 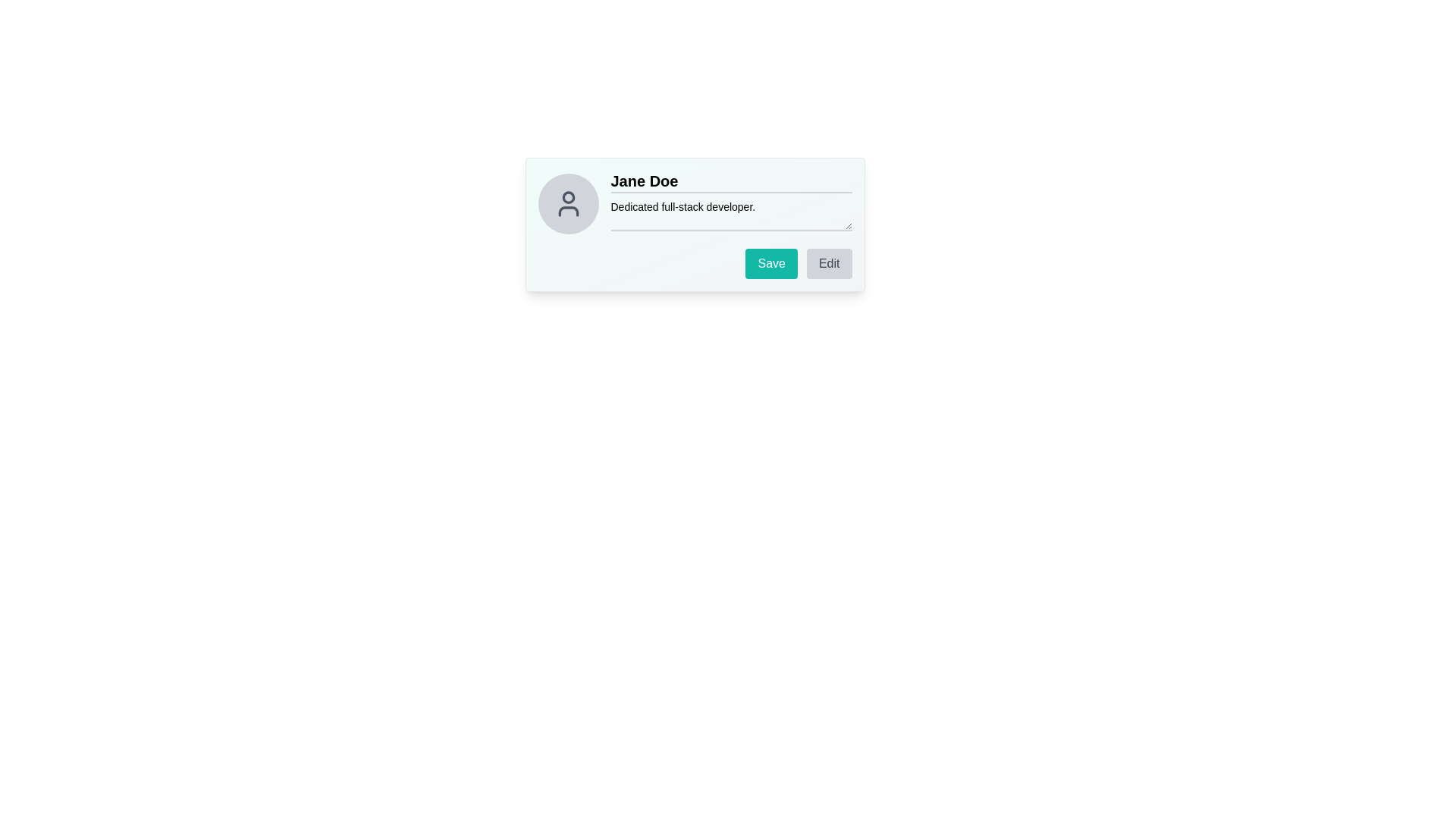 I want to click on the editing button located to the right of the 'Save' button at the bottom-right of the card interface to initiate editing, so click(x=828, y=262).